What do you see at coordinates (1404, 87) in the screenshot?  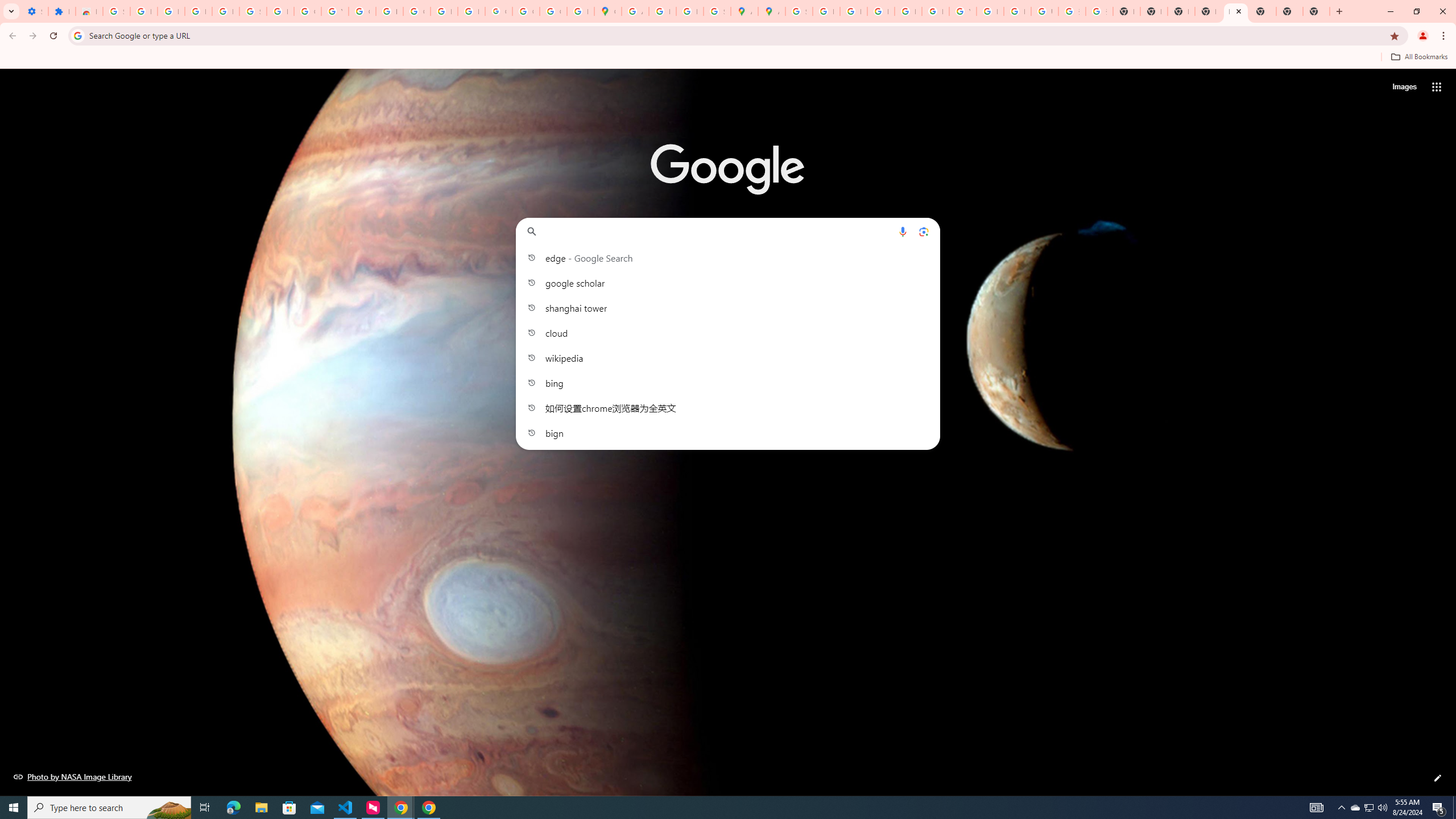 I see `'Search for Images '` at bounding box center [1404, 87].